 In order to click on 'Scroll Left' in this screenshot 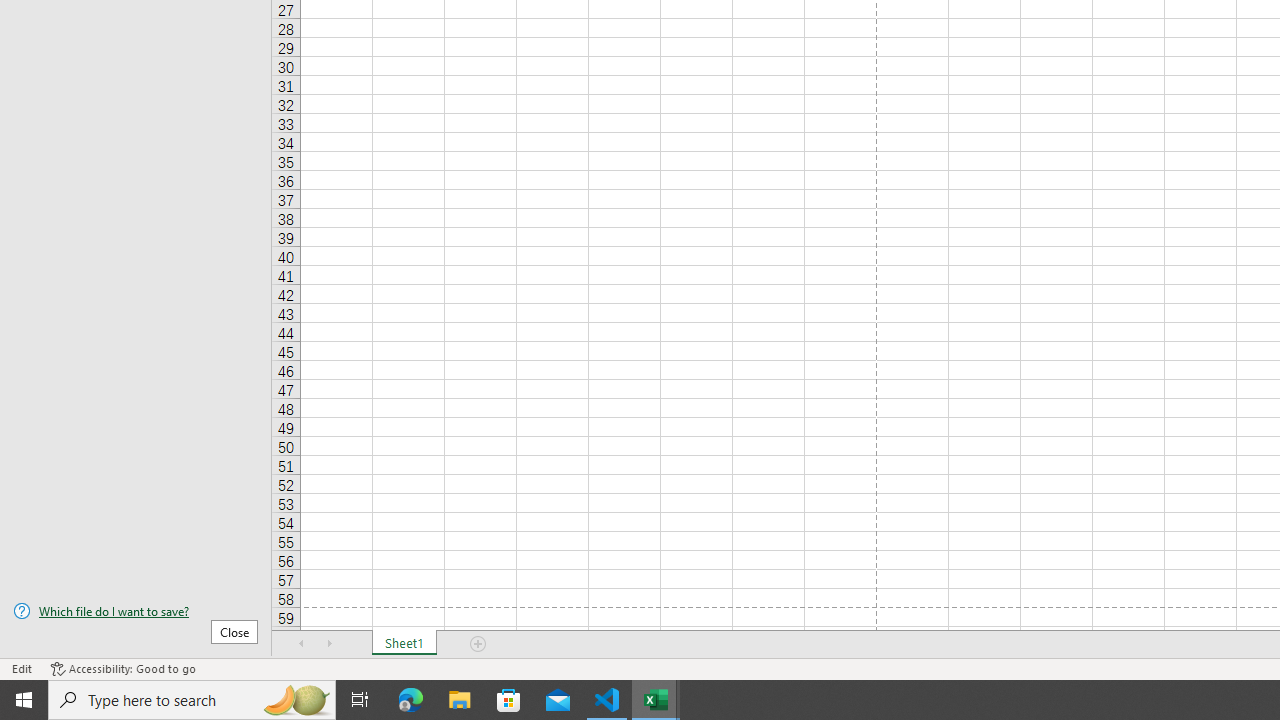, I will do `click(301, 644)`.